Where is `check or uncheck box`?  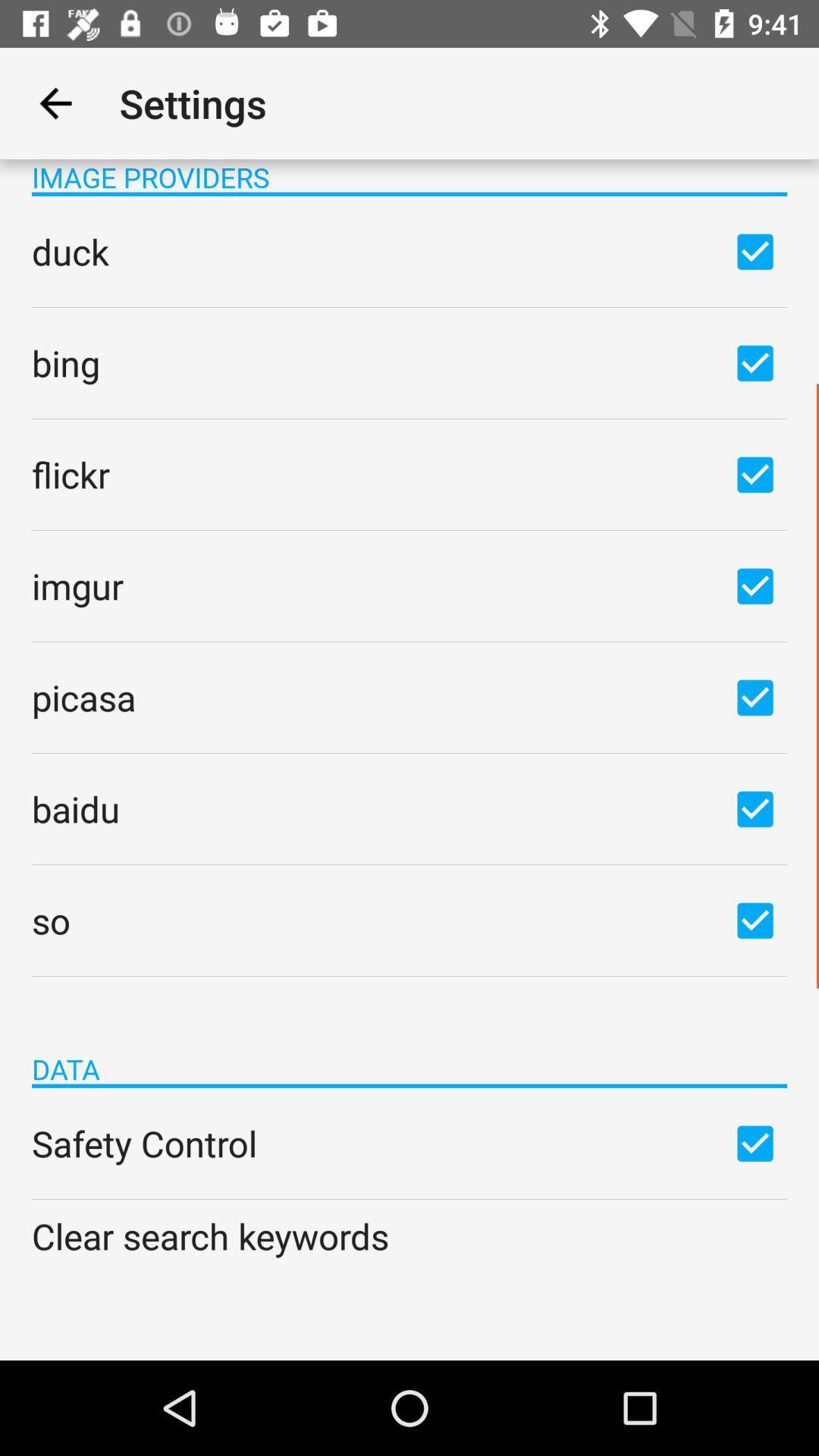
check or uncheck box is located at coordinates (755, 251).